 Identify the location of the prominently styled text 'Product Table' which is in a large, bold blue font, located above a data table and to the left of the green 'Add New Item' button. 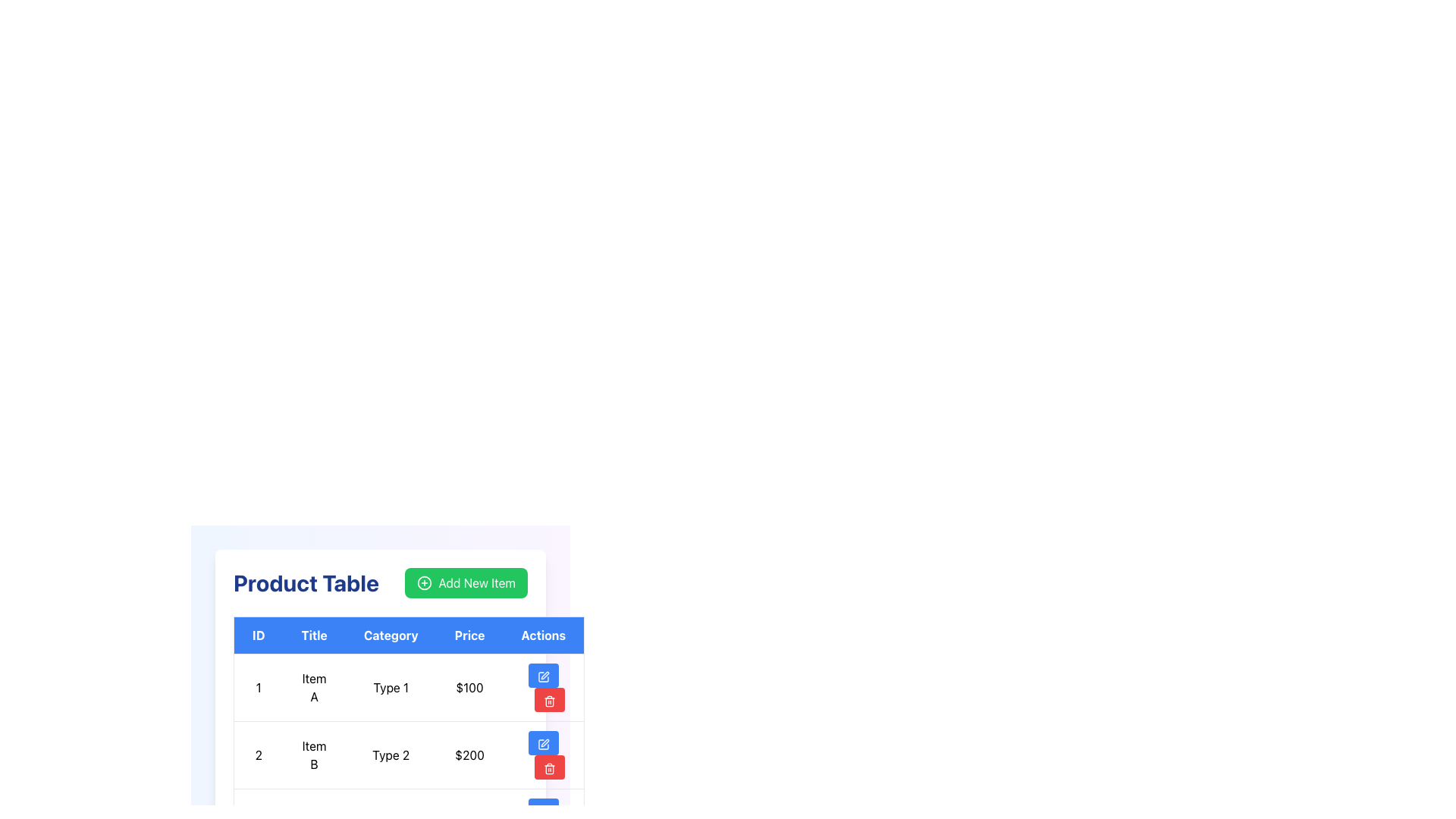
(305, 582).